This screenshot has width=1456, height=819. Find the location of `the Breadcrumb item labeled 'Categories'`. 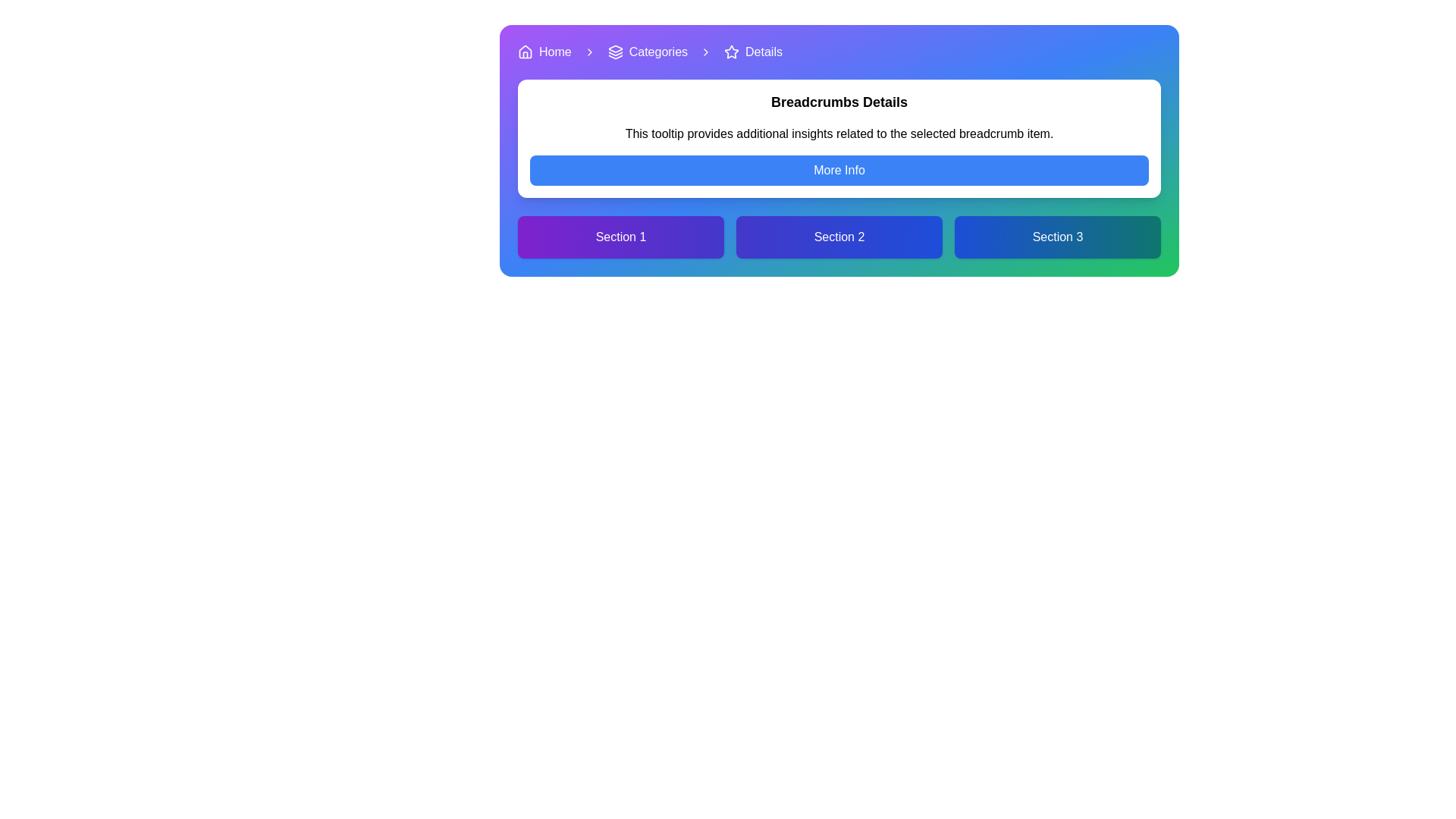

the Breadcrumb item labeled 'Categories' is located at coordinates (648, 52).